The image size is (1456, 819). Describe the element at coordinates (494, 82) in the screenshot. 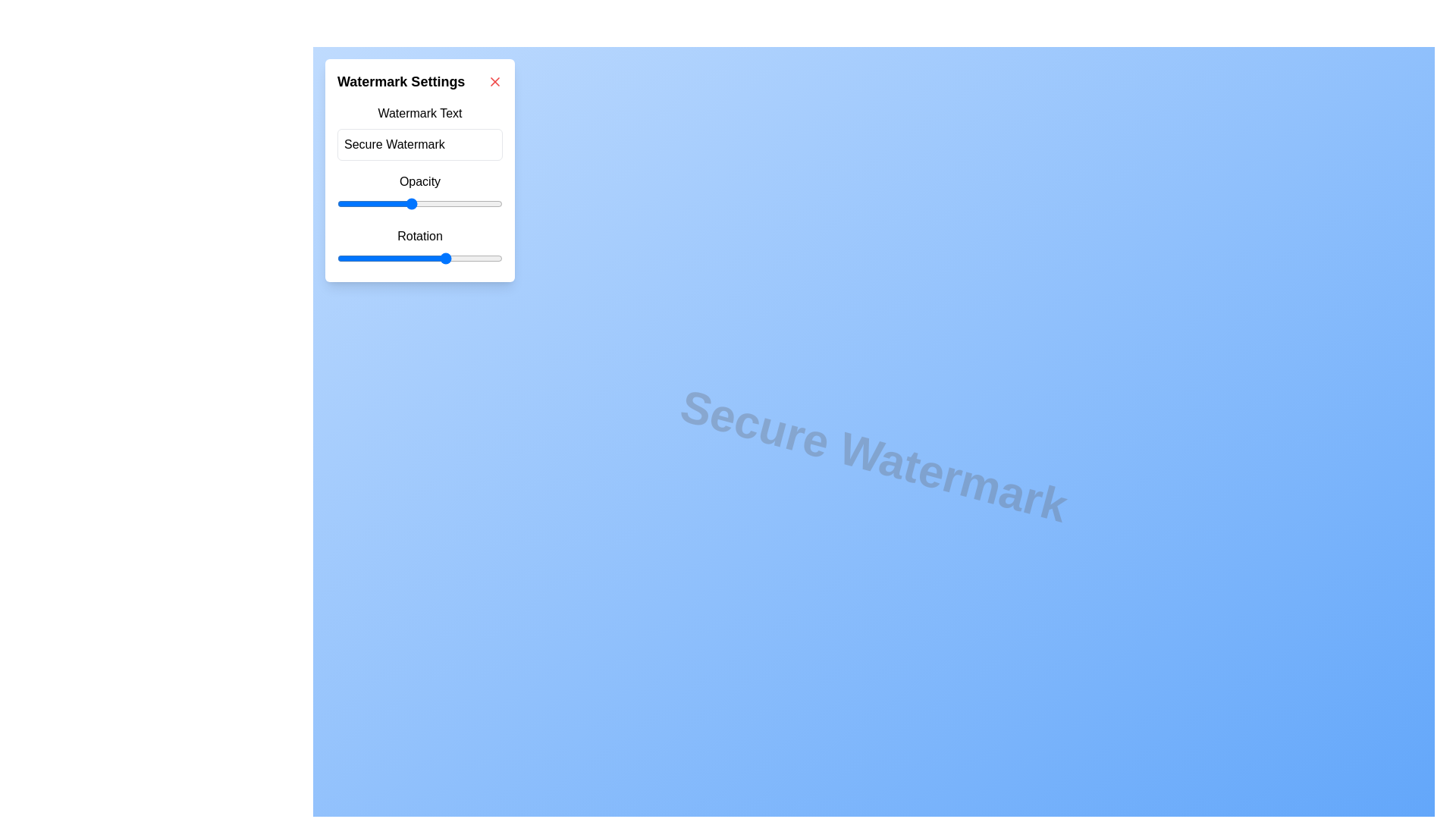

I see `the close button located at the rightmost part of the 'Watermark Settings' header` at that location.